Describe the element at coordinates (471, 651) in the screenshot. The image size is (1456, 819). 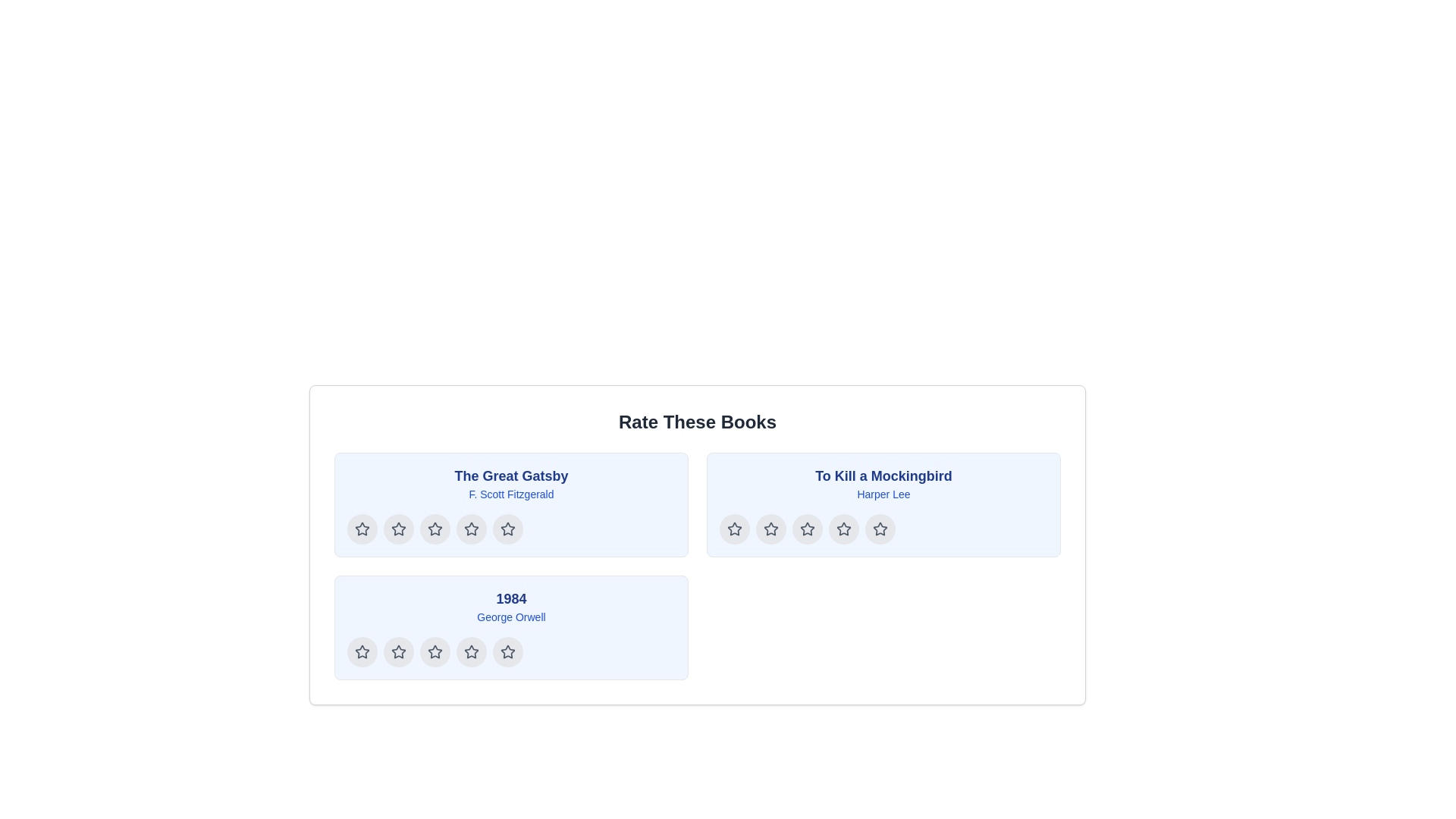
I see `the fourth star in the rating system for the book '1984' by George Orwell, located near the bottom-center of the interface` at that location.